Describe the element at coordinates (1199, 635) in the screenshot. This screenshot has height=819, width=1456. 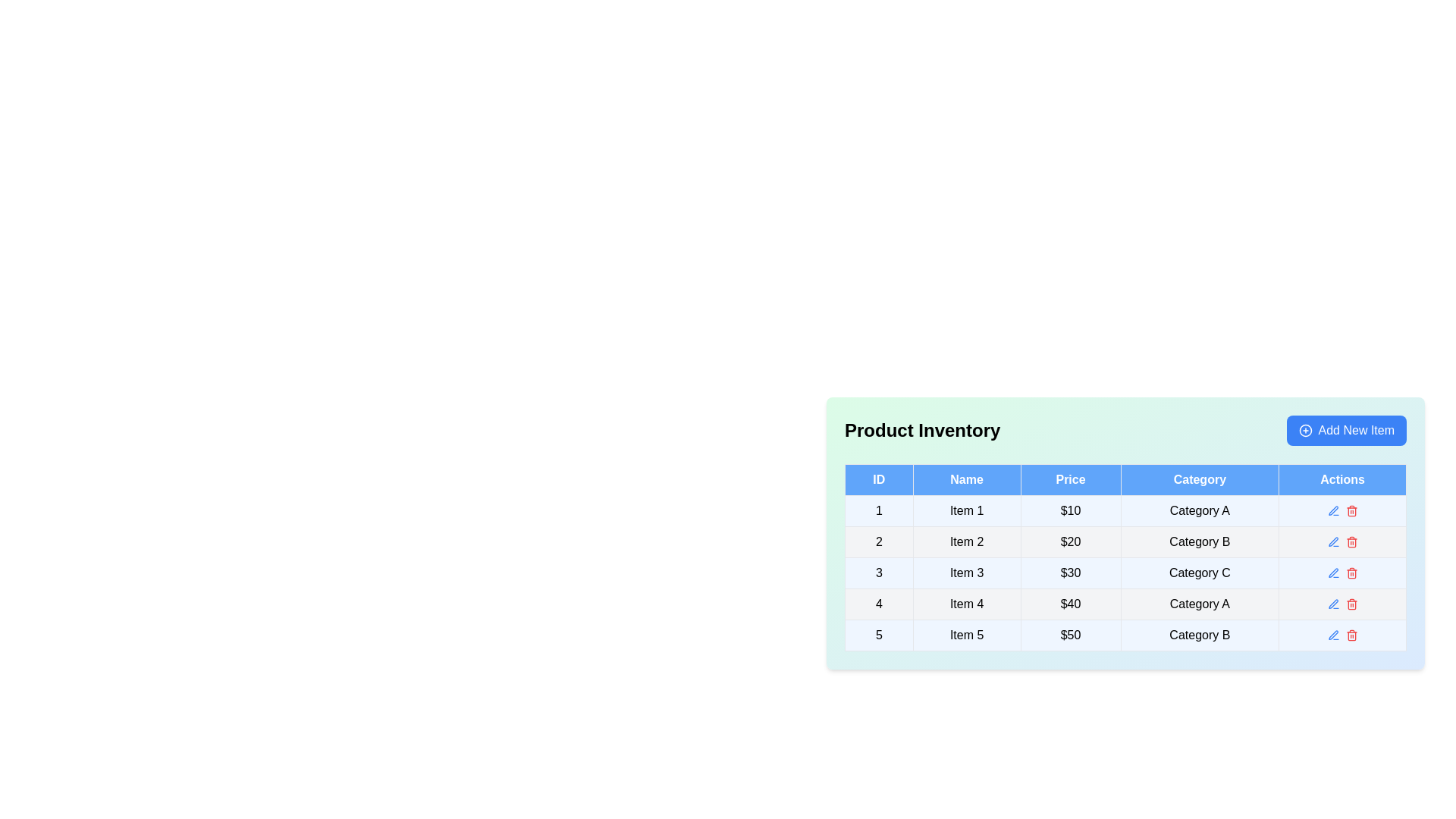
I see `the text cell displaying 'Category B' in the fifth row and fourth cell of the table, which is styled with a border and bold black text` at that location.